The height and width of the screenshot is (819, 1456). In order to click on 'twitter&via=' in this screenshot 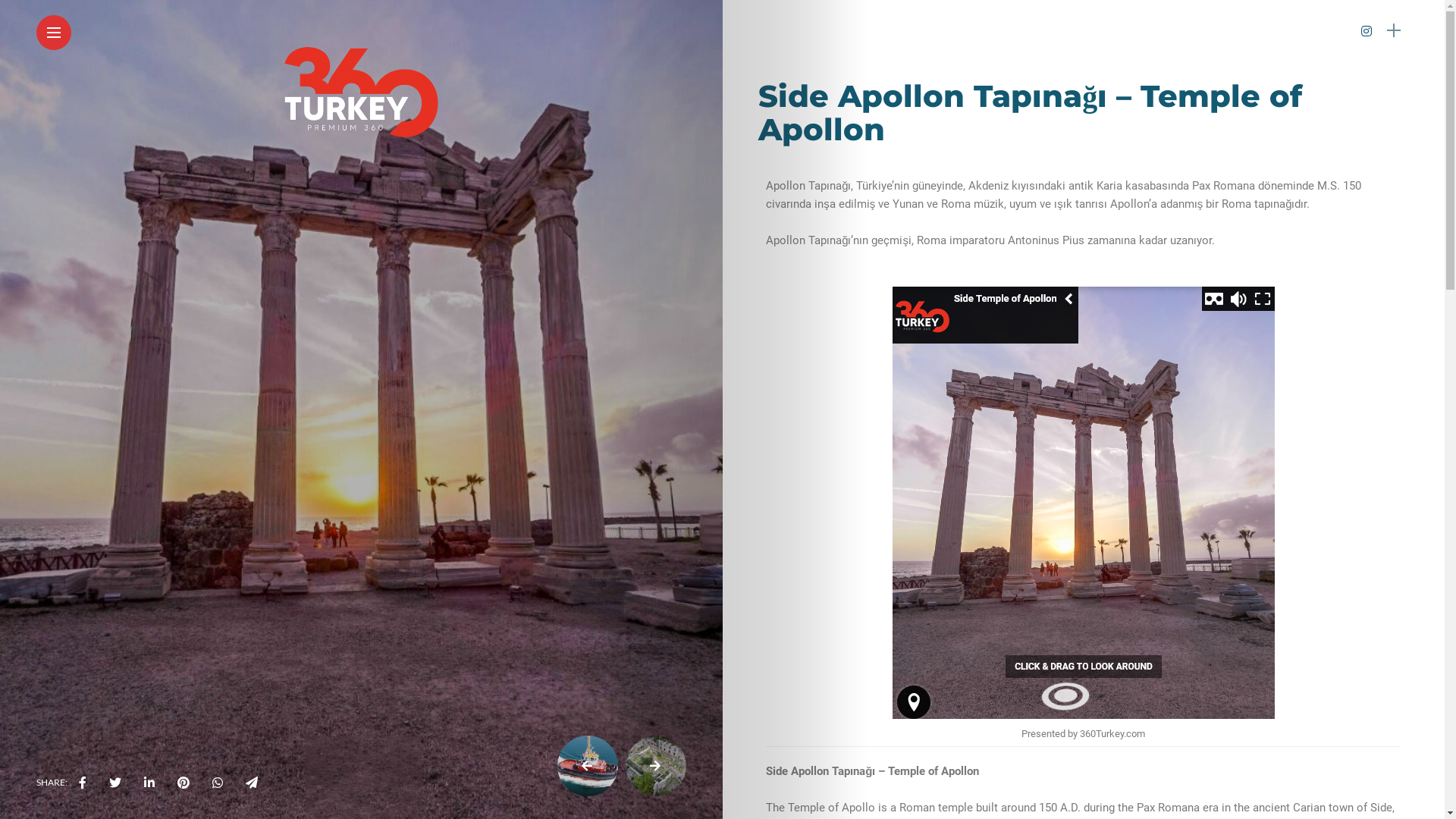, I will do `click(115, 783)`.